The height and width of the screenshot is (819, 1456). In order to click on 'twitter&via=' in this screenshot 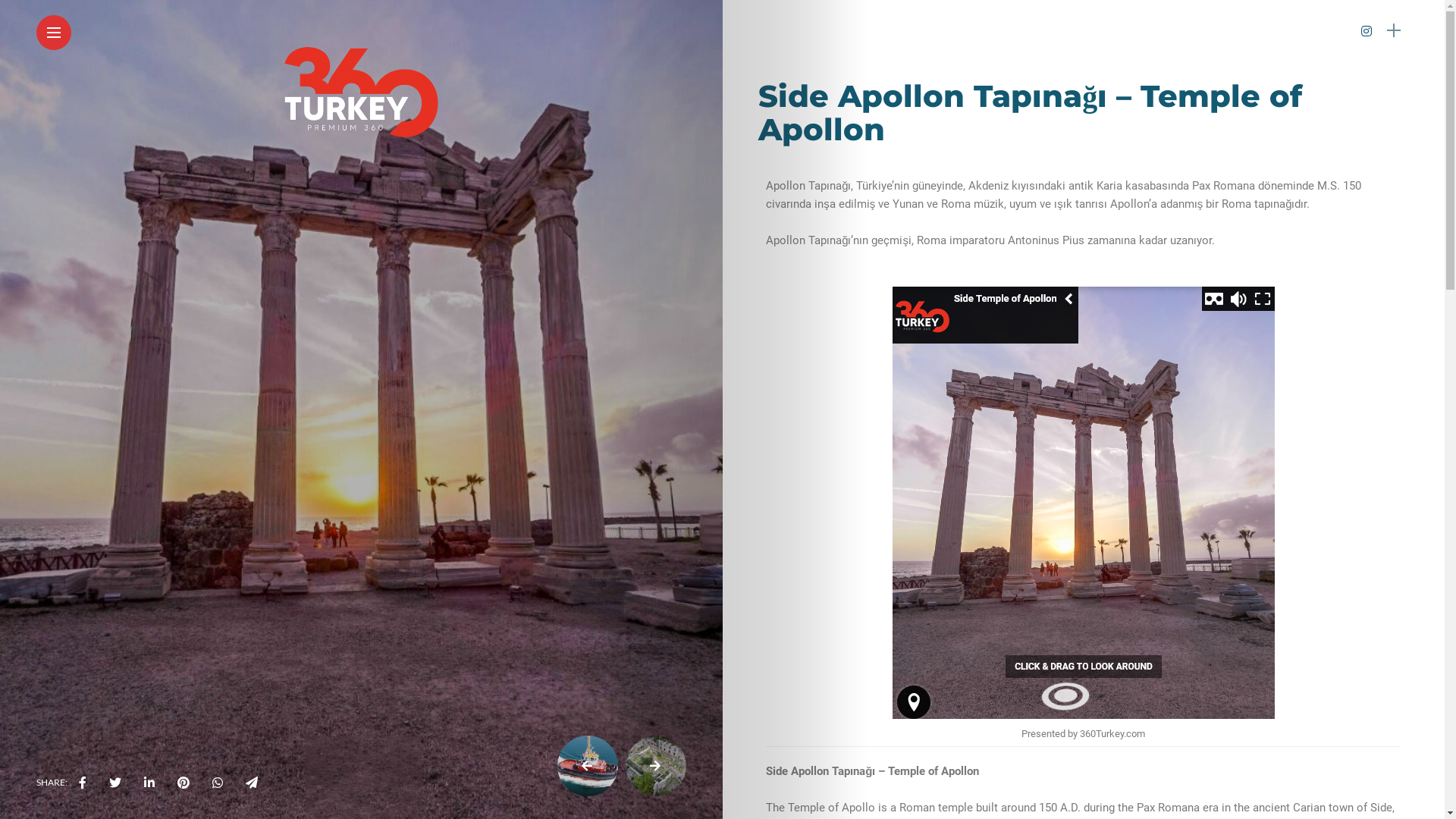, I will do `click(115, 783)`.